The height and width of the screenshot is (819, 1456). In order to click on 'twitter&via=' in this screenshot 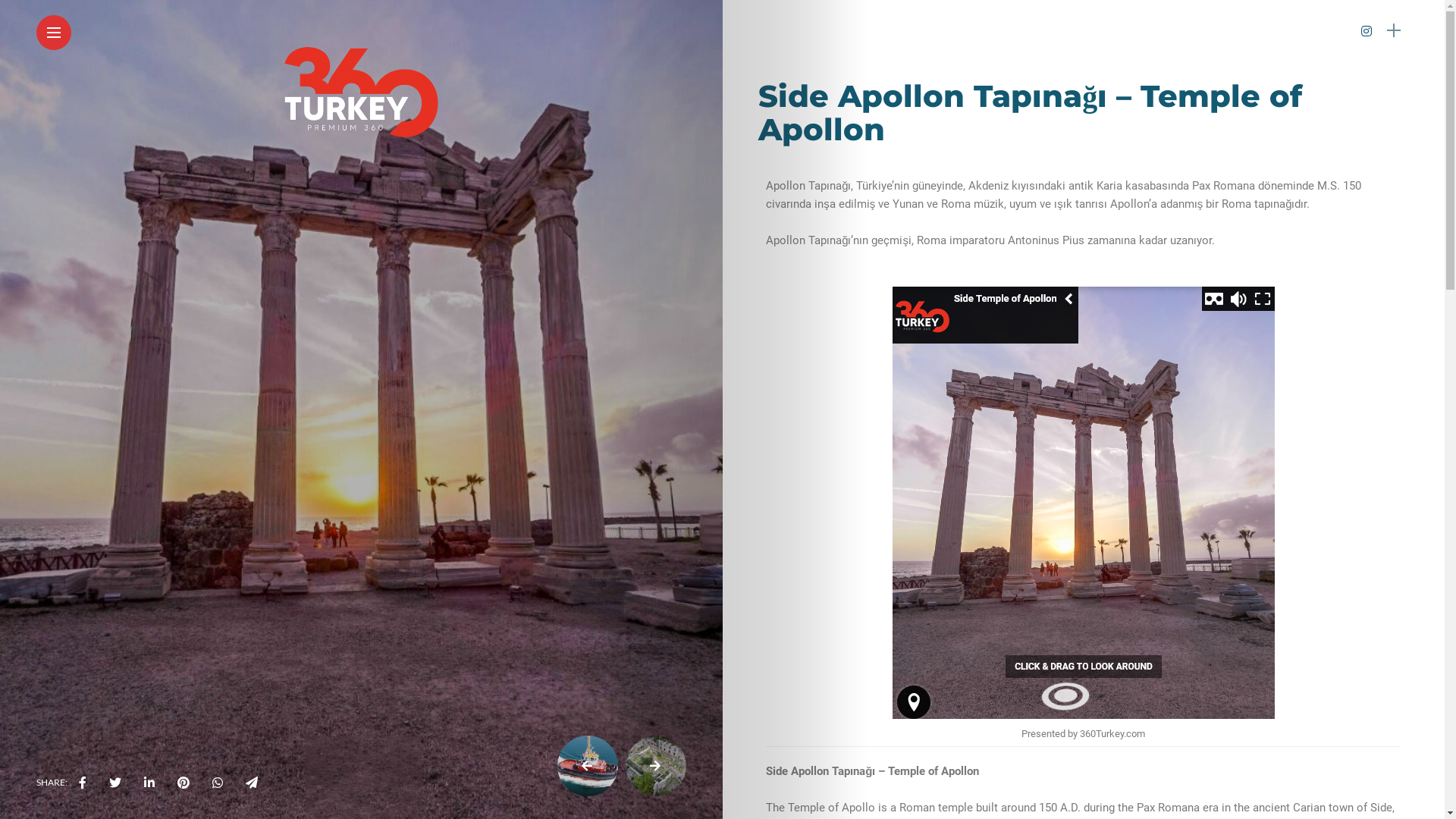, I will do `click(115, 783)`.